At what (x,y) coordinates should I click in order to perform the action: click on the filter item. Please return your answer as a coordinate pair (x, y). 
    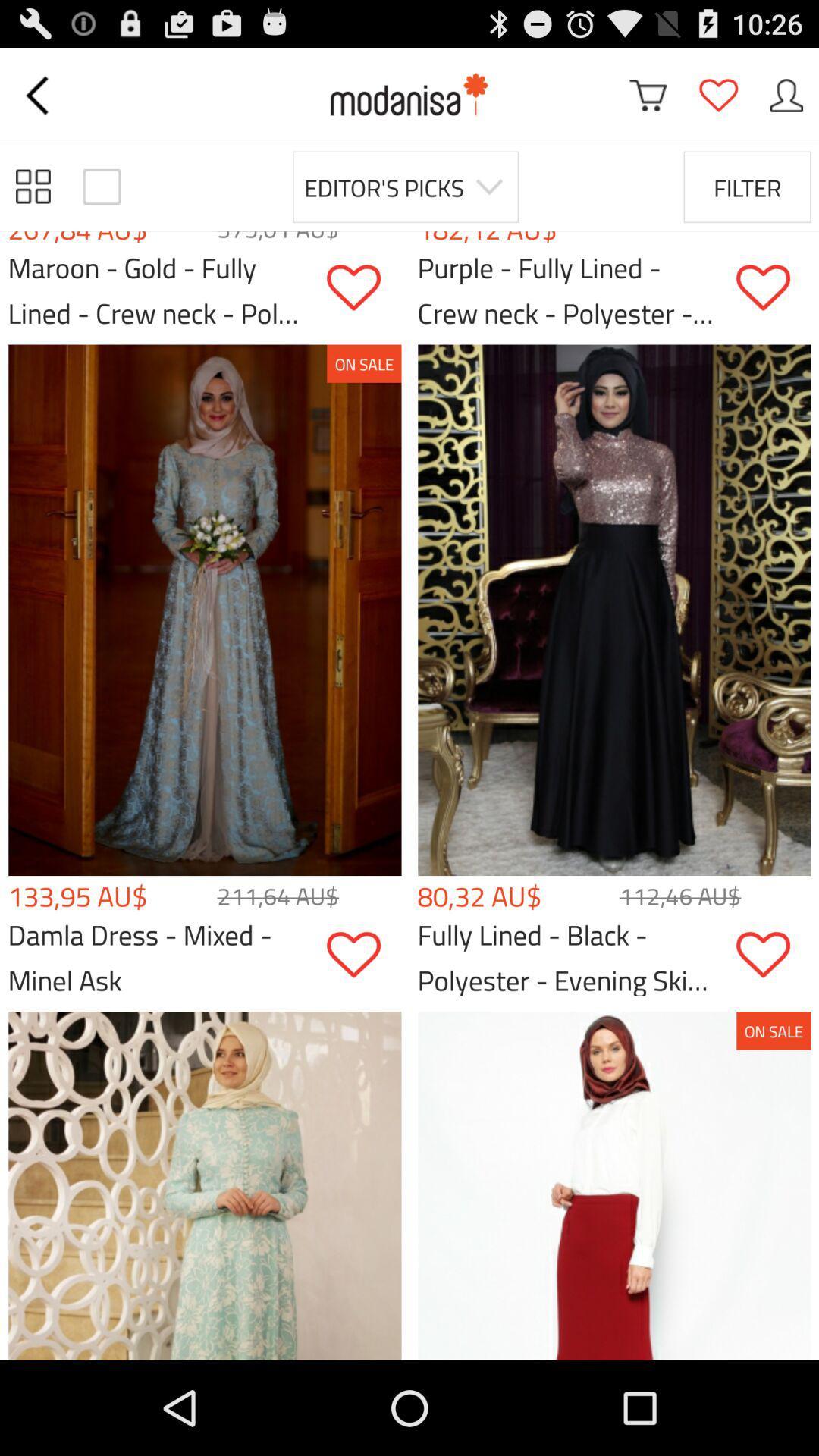
    Looking at the image, I should click on (746, 186).